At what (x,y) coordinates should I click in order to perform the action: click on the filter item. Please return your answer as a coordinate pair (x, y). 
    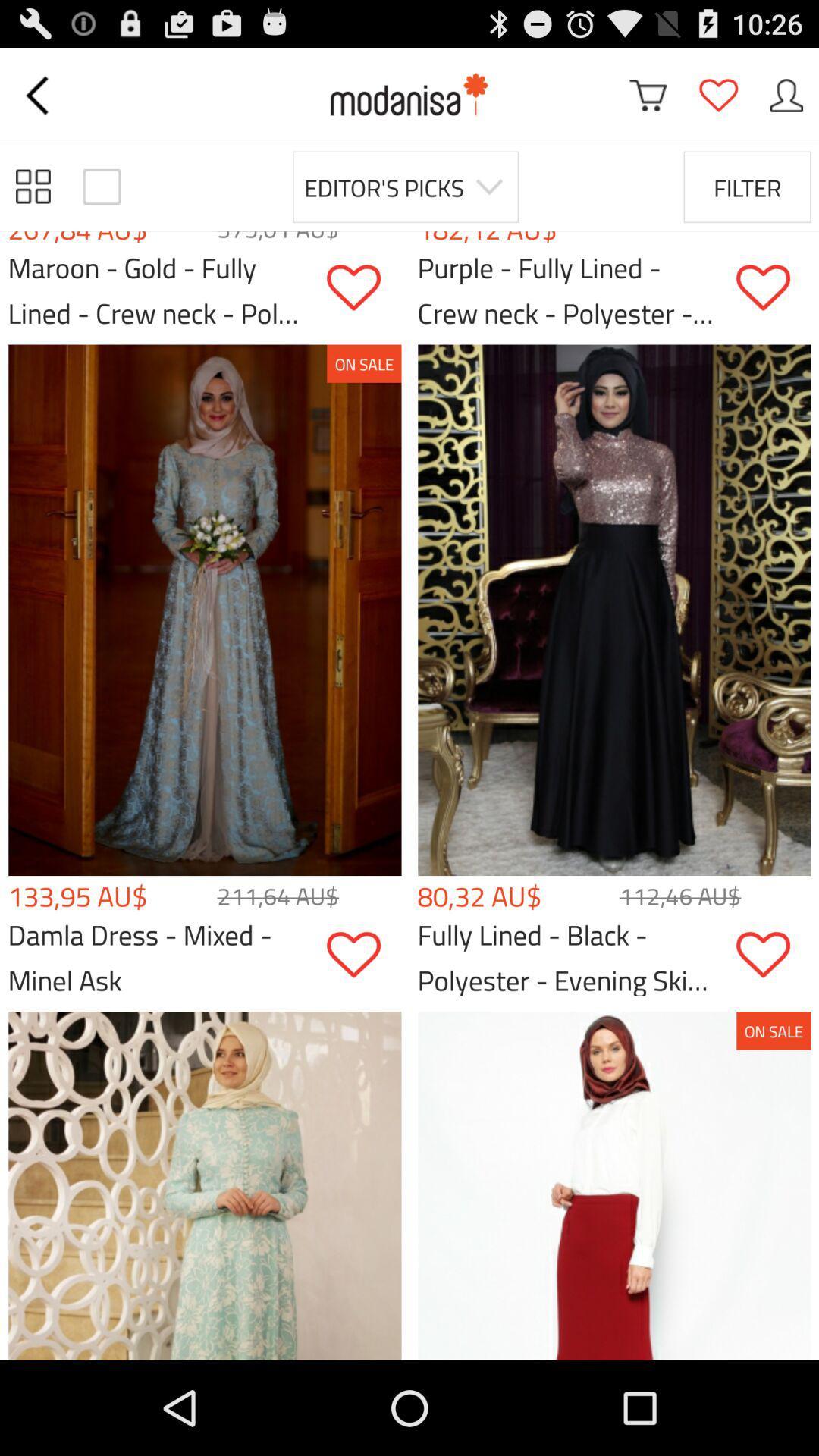
    Looking at the image, I should click on (746, 186).